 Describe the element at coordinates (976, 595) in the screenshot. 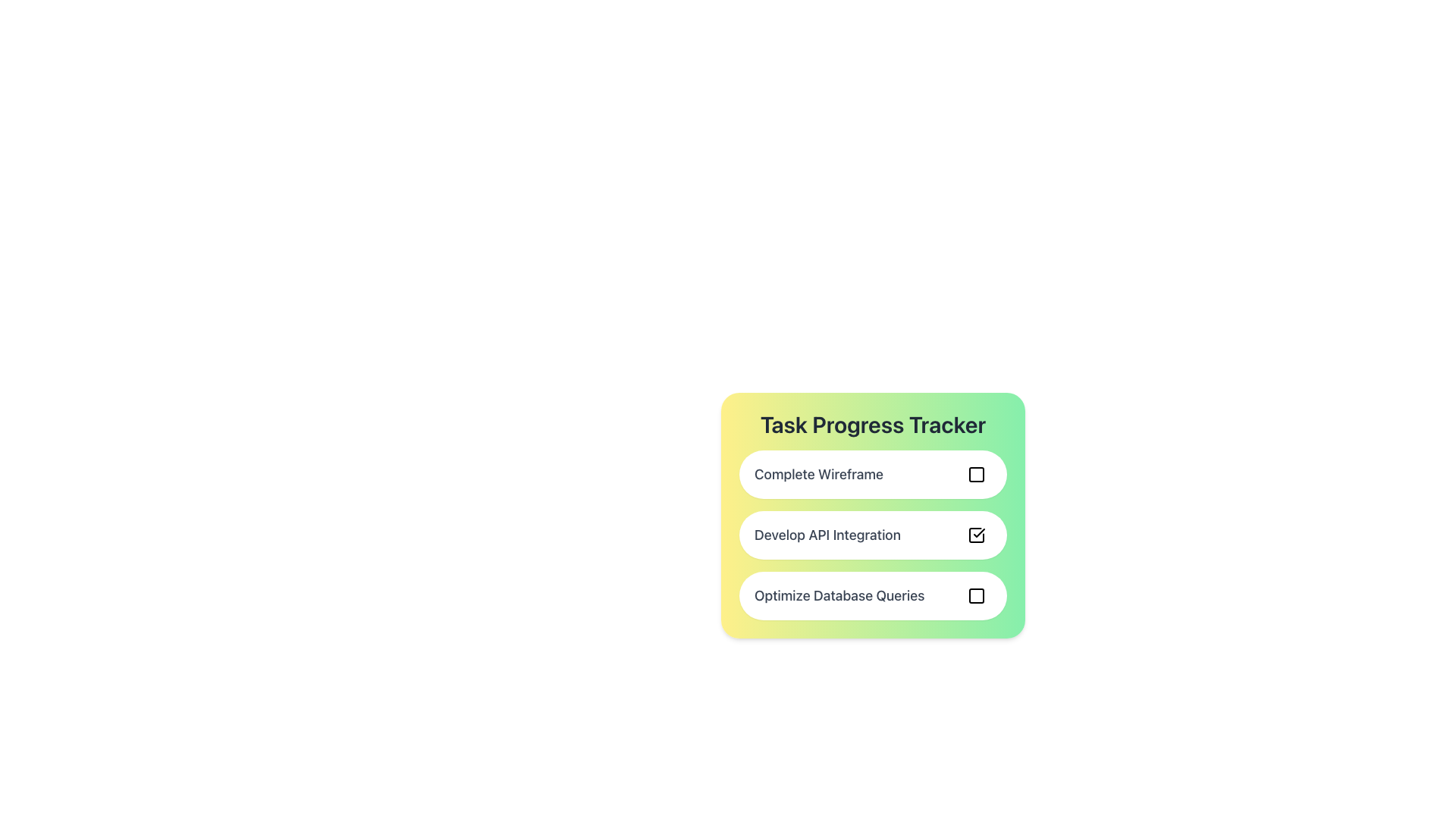

I see `the checkbox icon` at that location.